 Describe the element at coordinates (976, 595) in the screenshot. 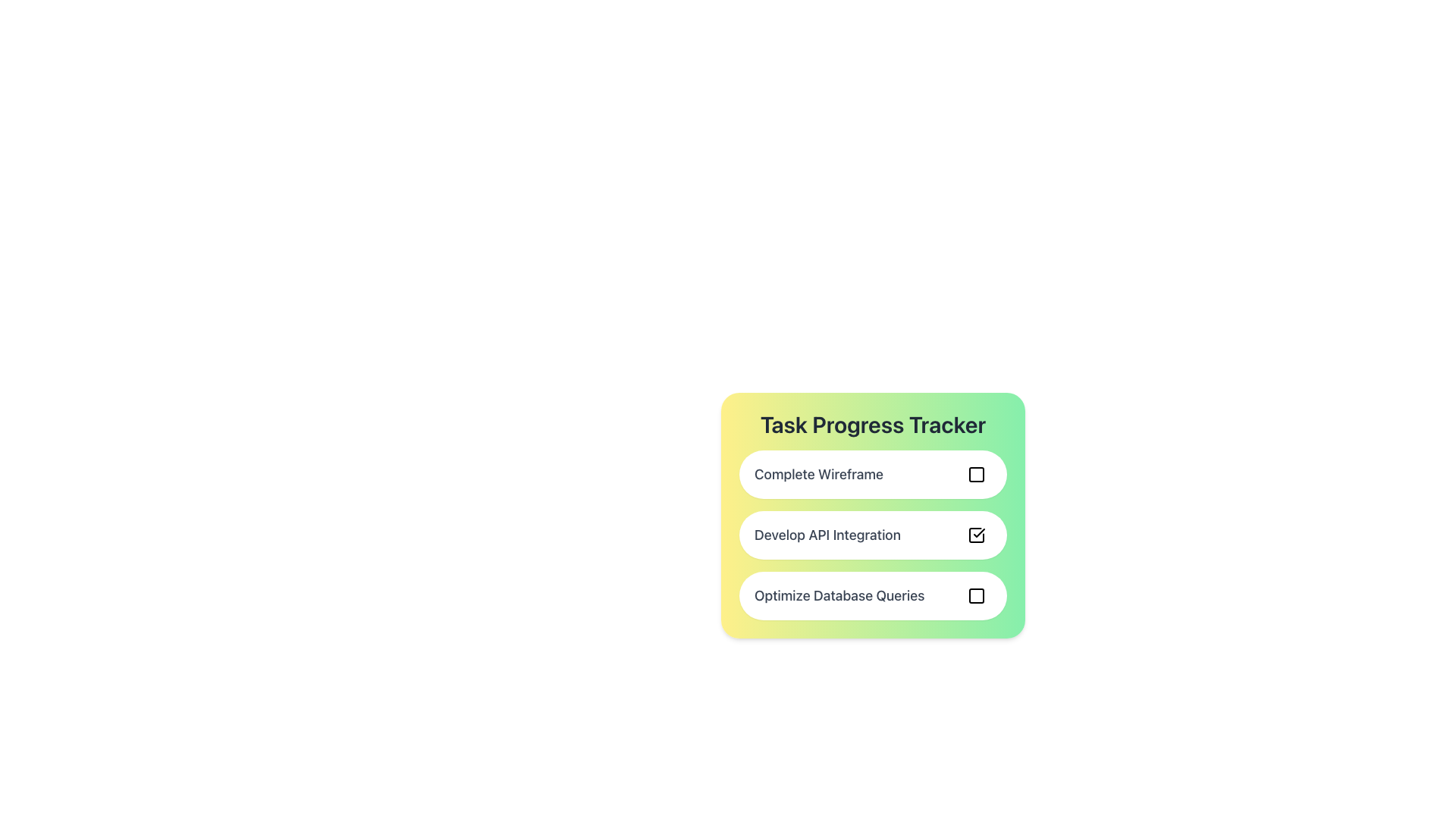

I see `the checkbox icon` at that location.